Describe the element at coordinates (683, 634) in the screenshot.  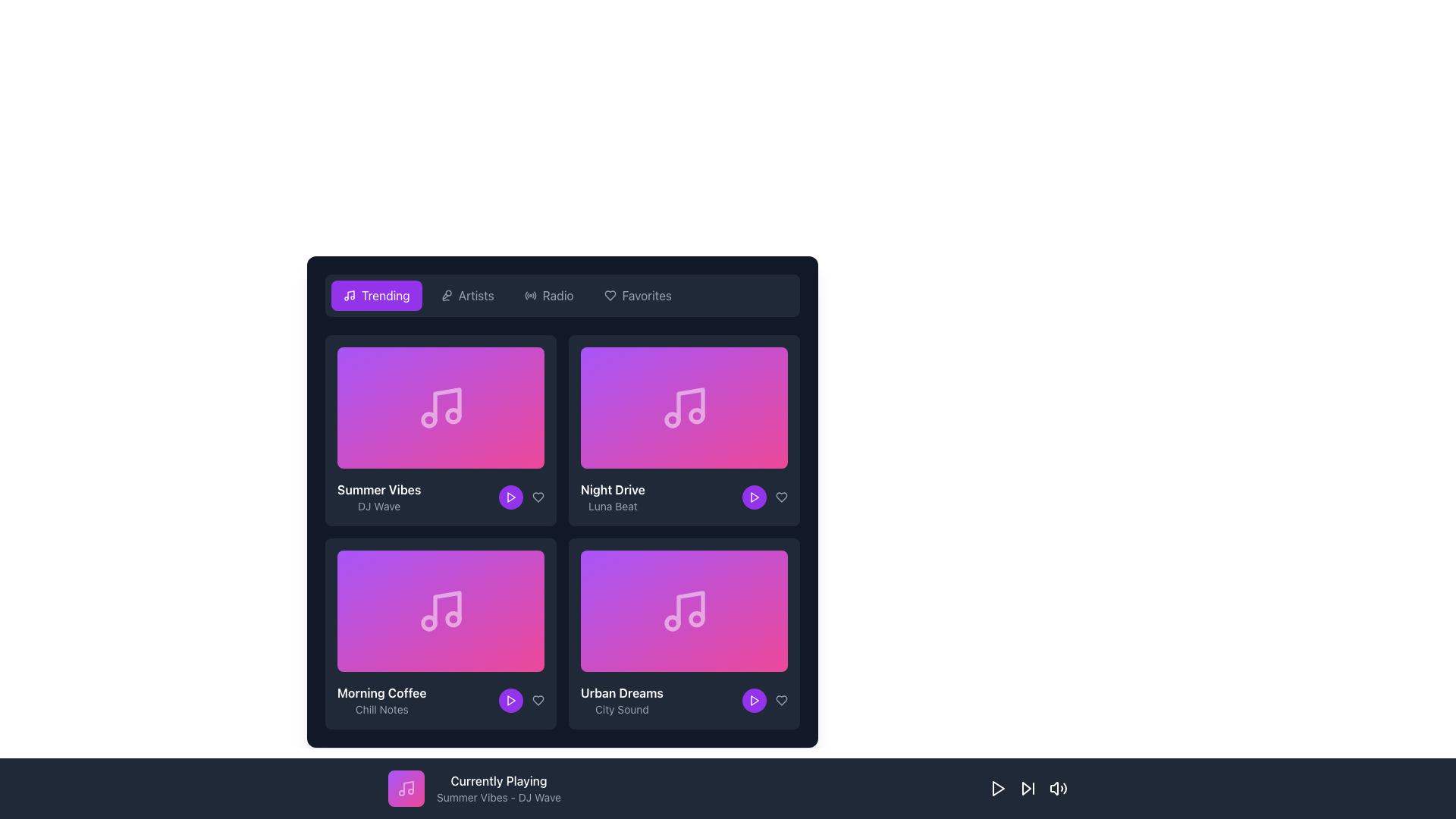
I see `the 'Urban Dreams' music card located` at that location.